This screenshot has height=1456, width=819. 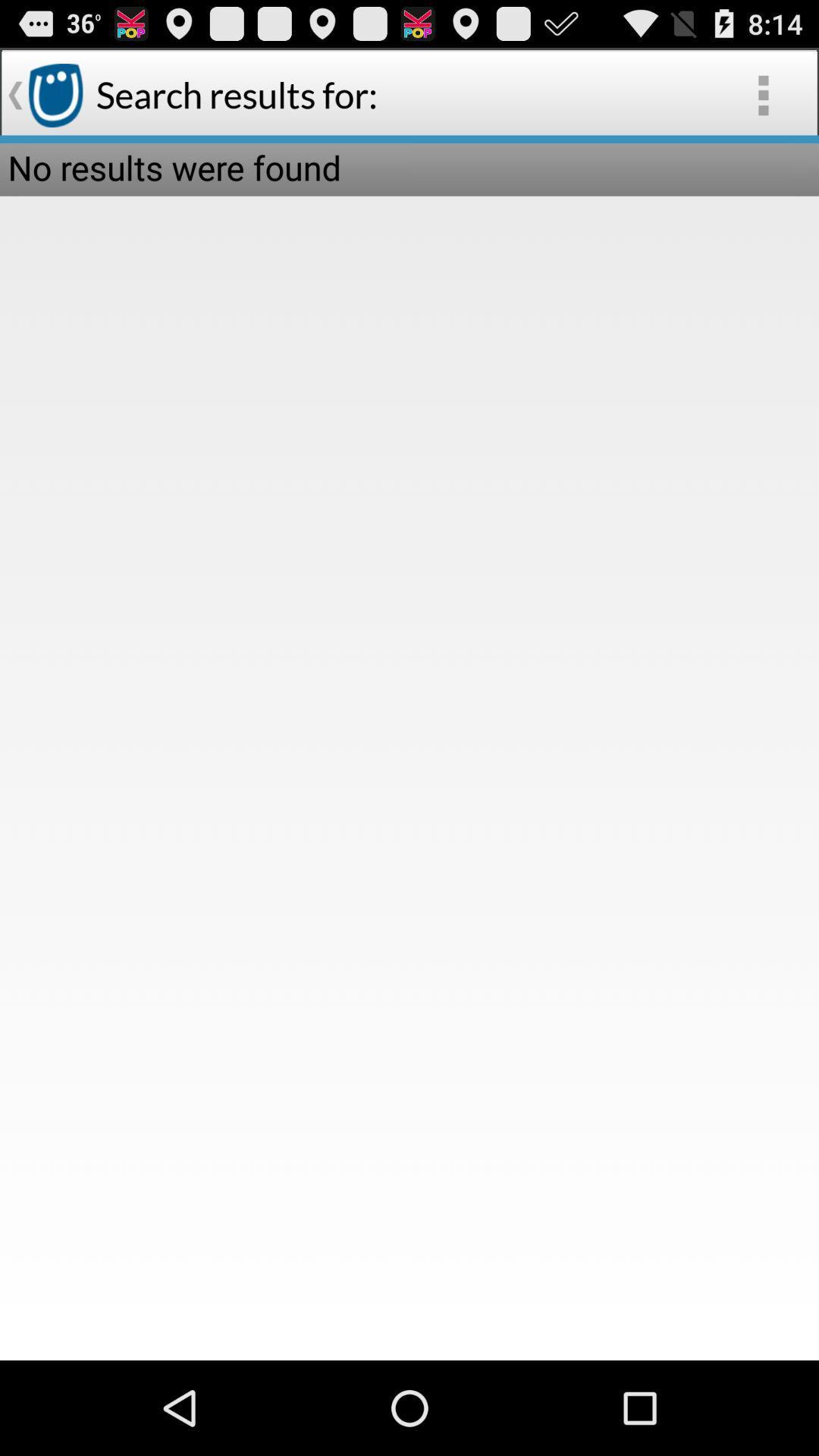 I want to click on the item at the top right corner, so click(x=763, y=94).